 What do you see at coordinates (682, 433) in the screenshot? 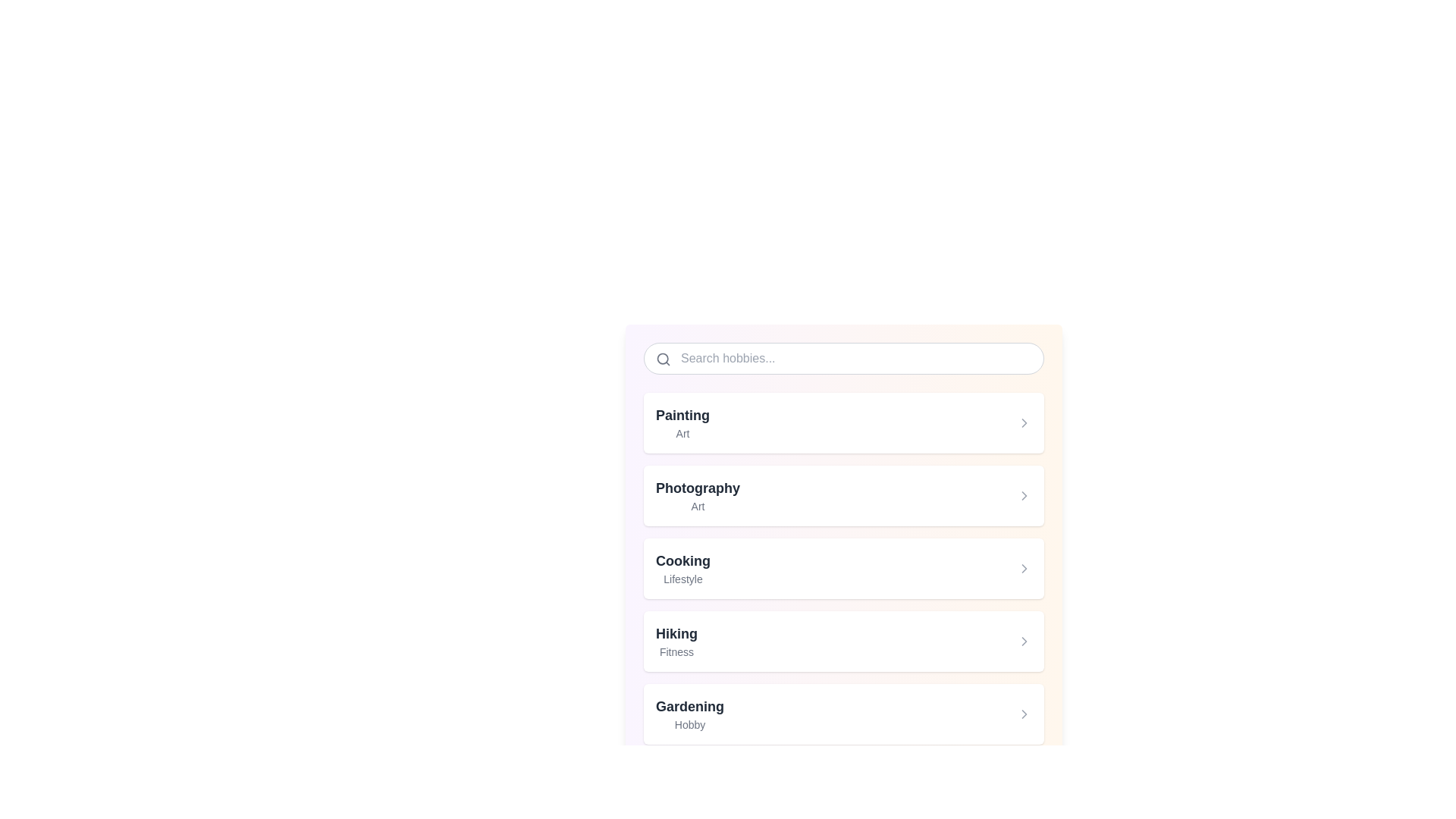
I see `the descriptive label that categorizes the title 'Painting', positioned as the second line of text within the list item` at bounding box center [682, 433].